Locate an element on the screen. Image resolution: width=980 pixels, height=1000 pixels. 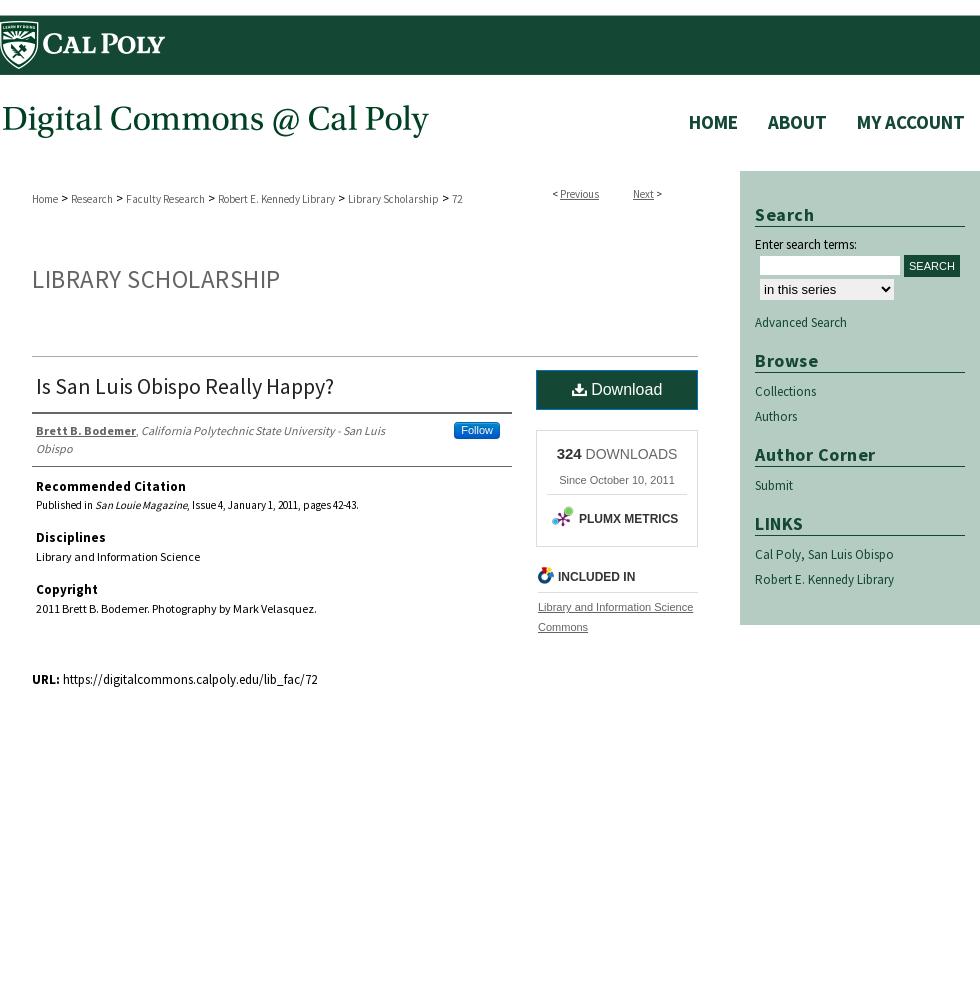
'Brett B. Bodemer' is located at coordinates (35, 429).